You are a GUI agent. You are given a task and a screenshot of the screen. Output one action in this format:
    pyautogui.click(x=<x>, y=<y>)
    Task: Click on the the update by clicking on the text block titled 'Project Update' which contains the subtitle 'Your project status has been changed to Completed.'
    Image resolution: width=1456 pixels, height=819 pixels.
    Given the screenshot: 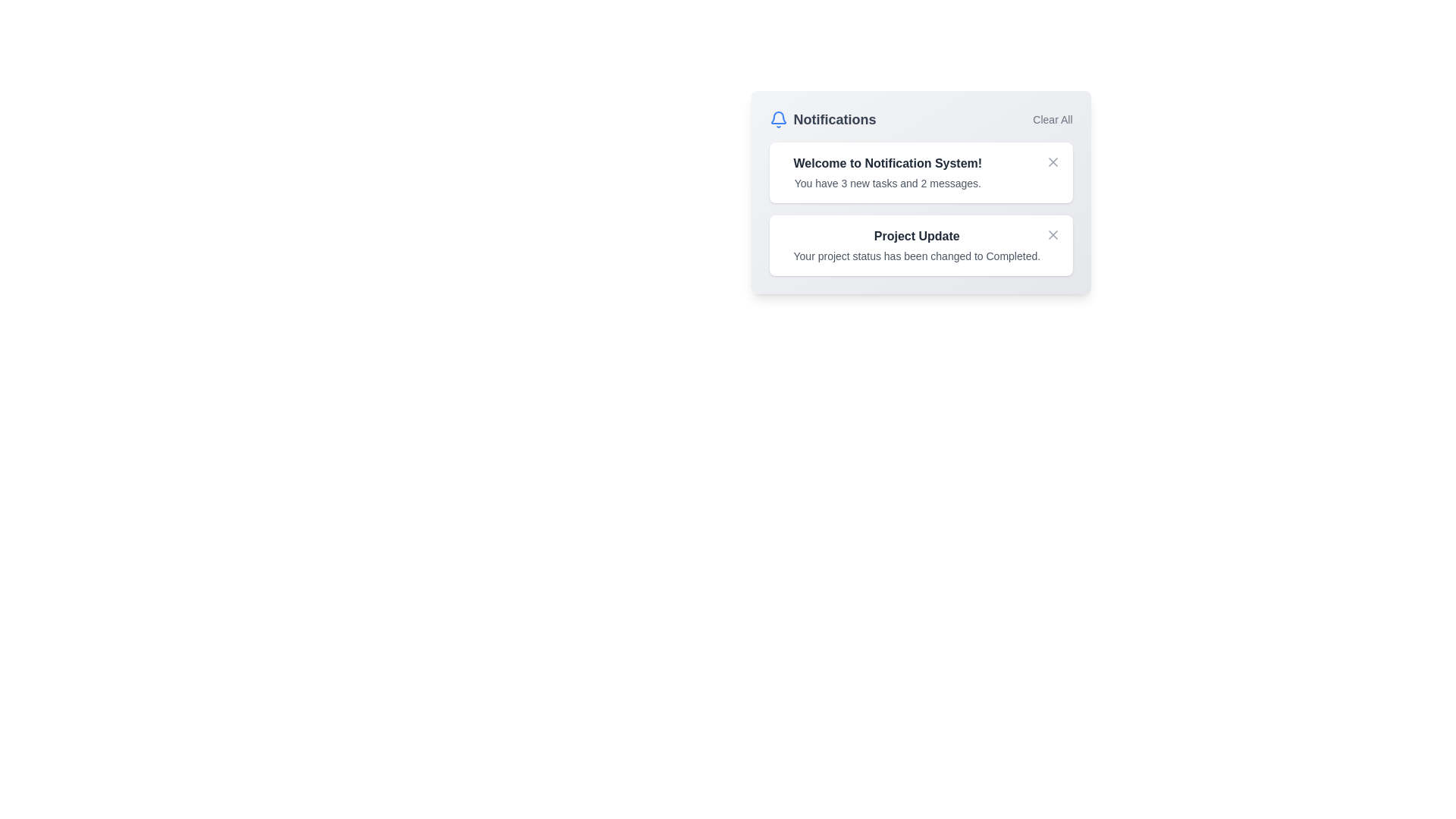 What is the action you would take?
    pyautogui.click(x=916, y=245)
    